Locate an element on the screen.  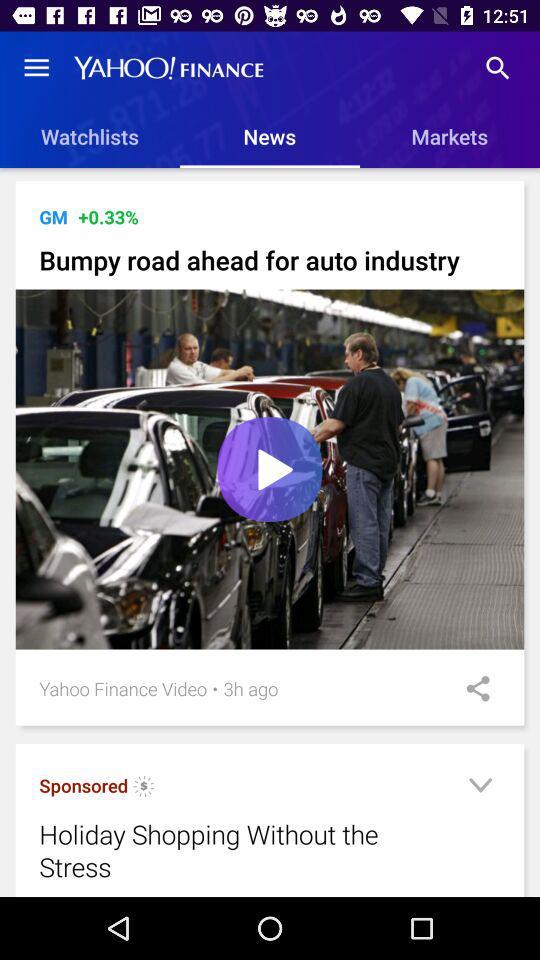
icon below the yahoo finance video icon is located at coordinates (82, 785).